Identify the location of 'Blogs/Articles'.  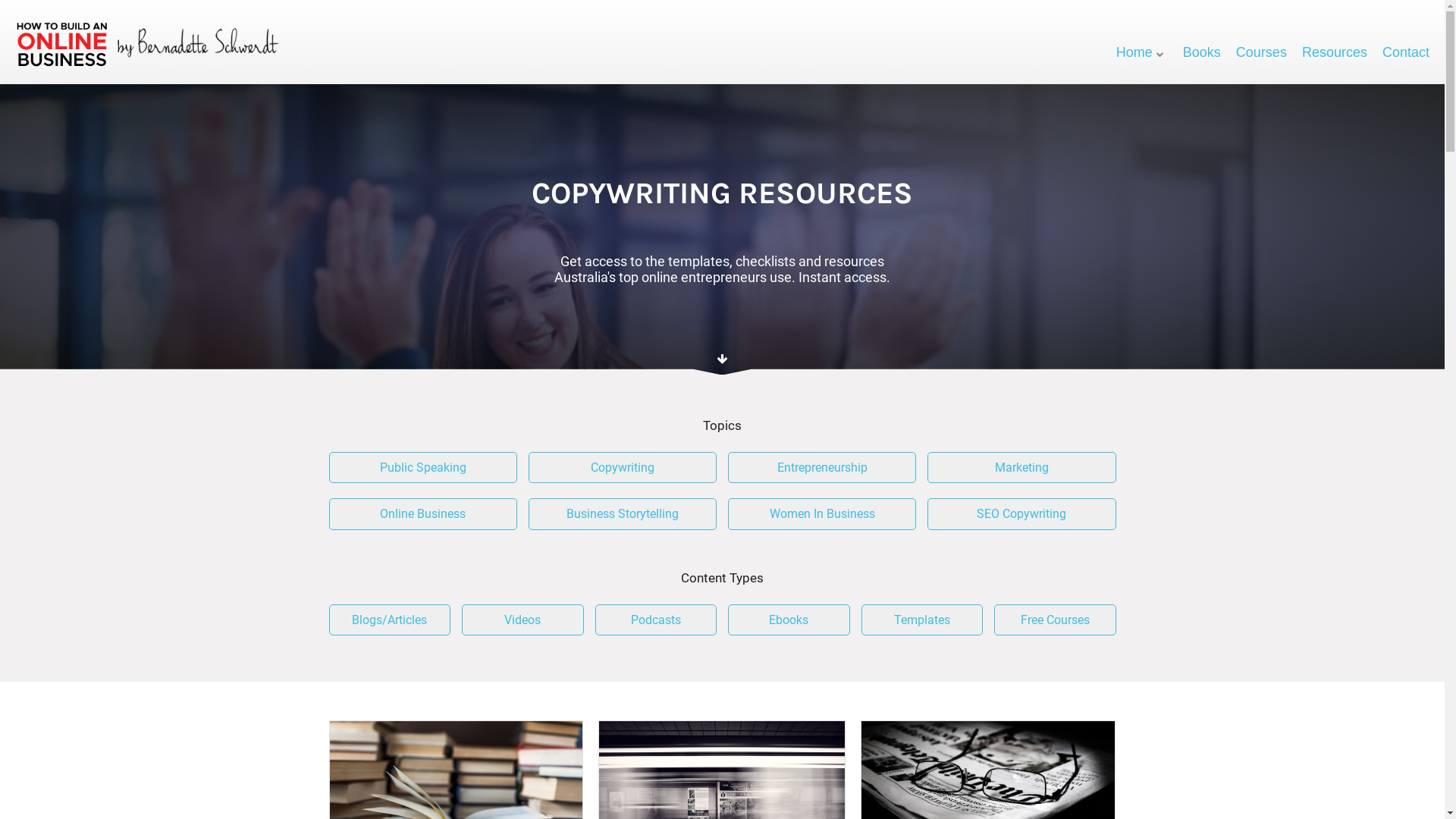
(390, 620).